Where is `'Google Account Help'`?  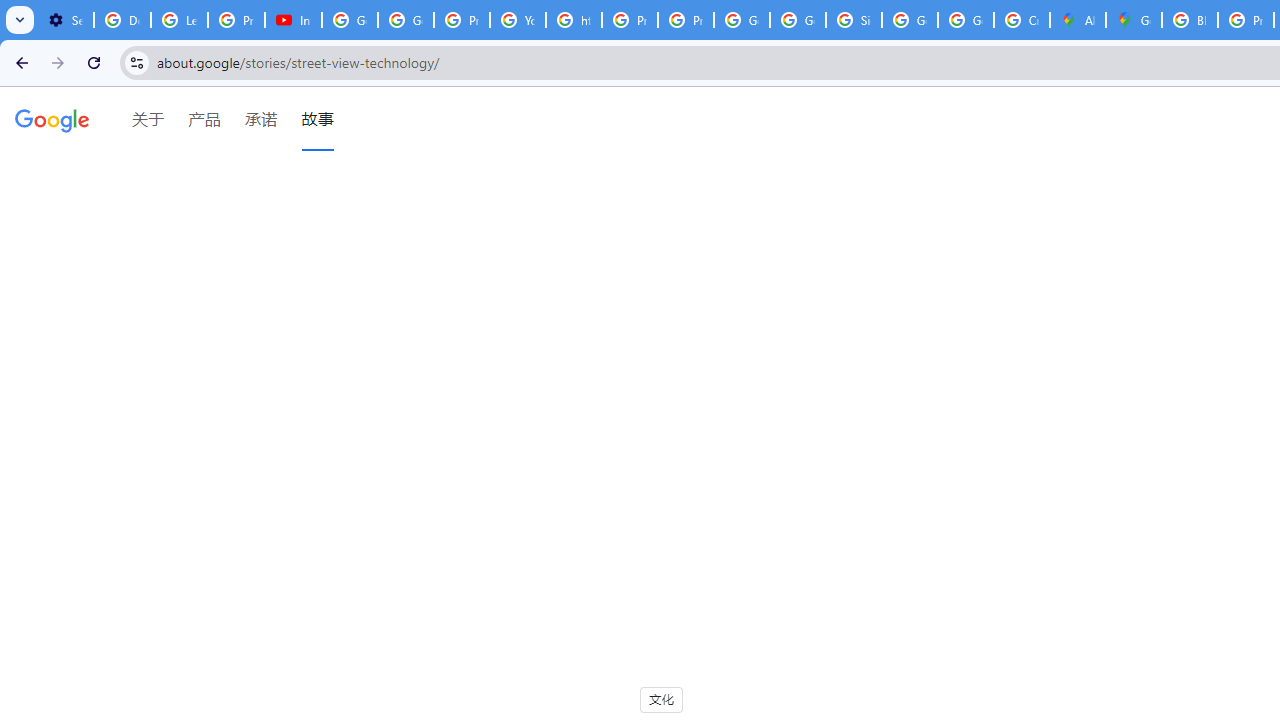
'Google Account Help' is located at coordinates (350, 20).